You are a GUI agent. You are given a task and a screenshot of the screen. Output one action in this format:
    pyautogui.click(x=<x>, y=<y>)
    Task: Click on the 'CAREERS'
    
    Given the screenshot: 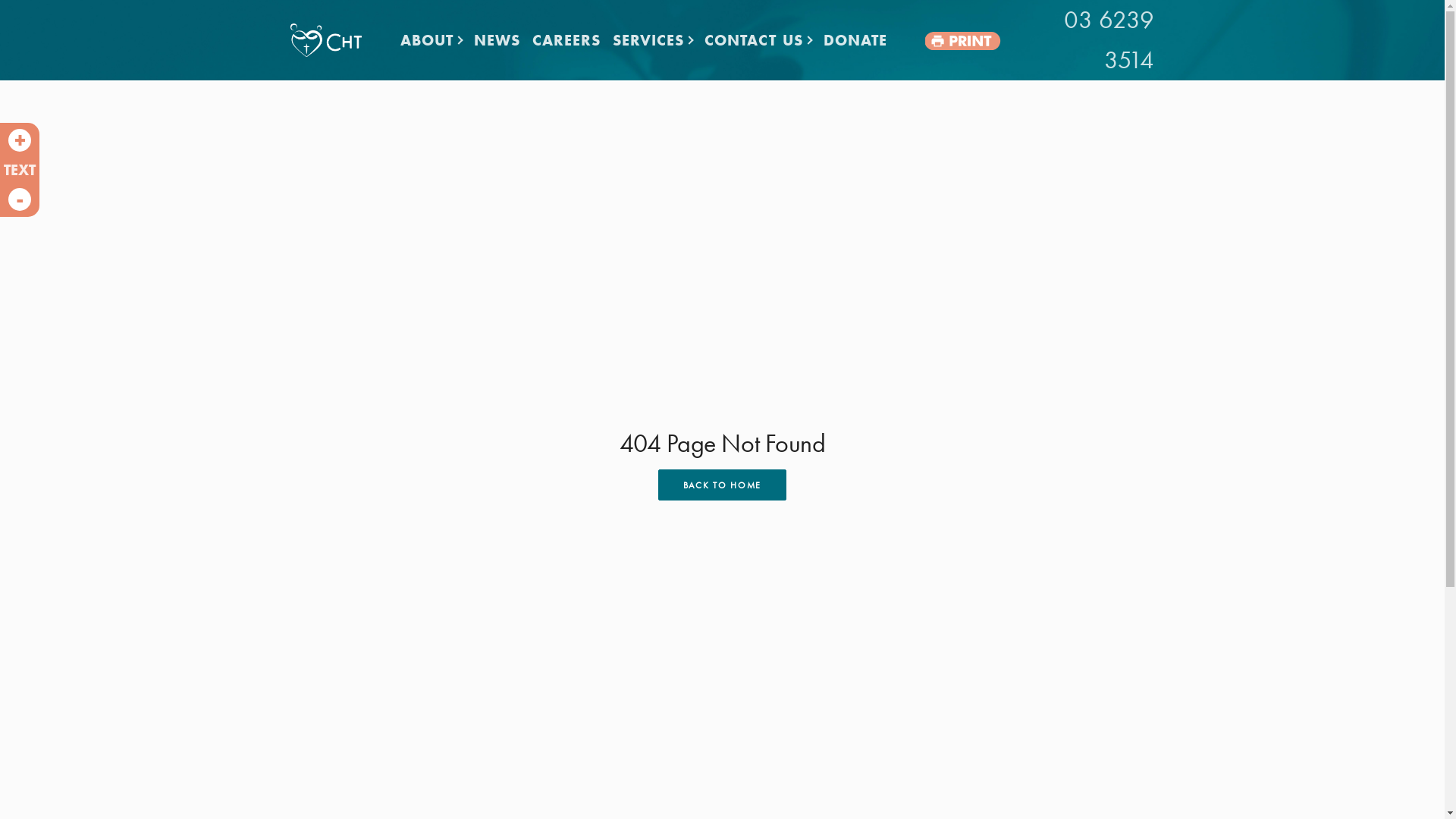 What is the action you would take?
    pyautogui.click(x=526, y=39)
    